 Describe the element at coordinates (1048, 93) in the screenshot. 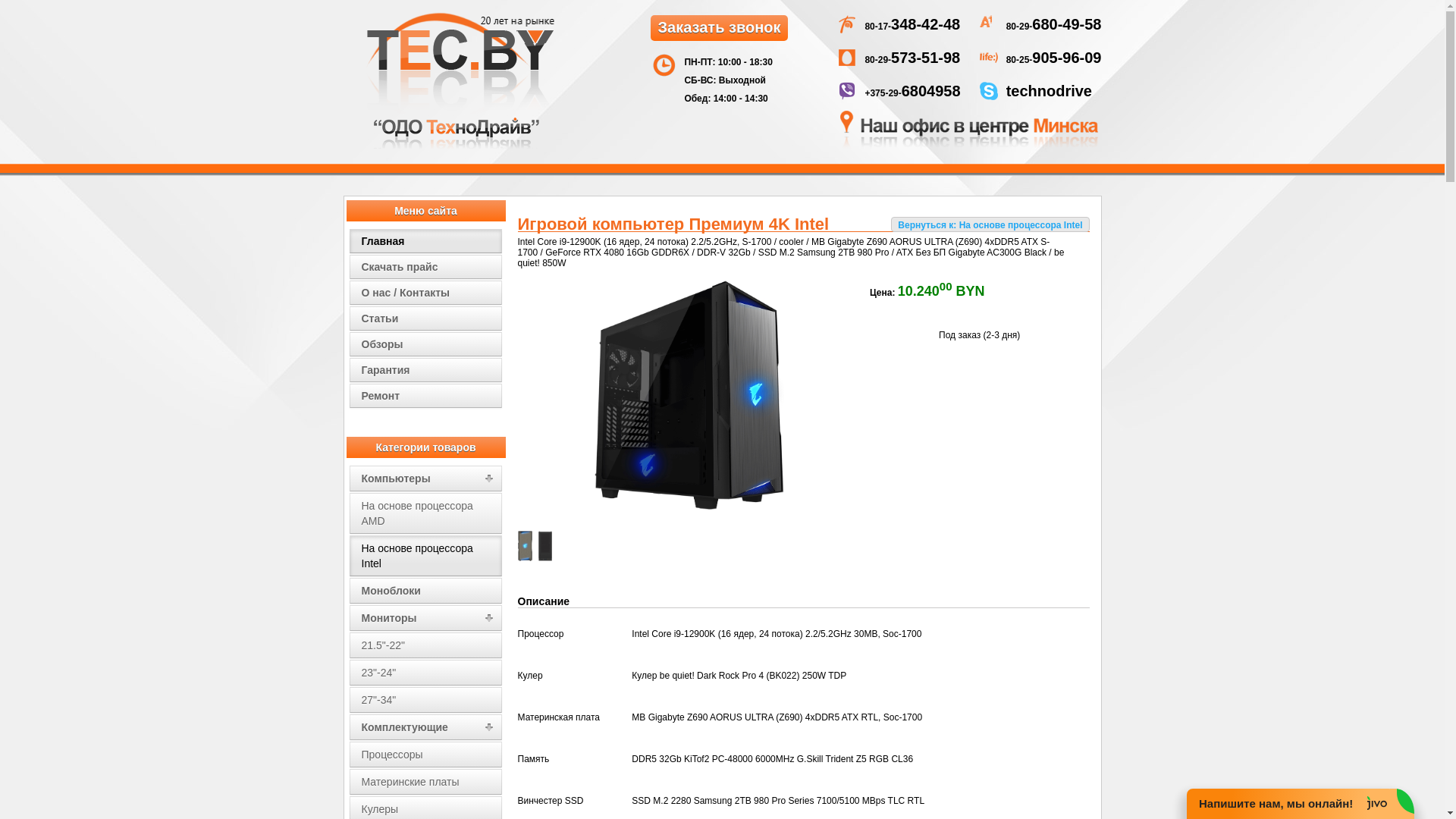

I see `'technodrive'` at that location.